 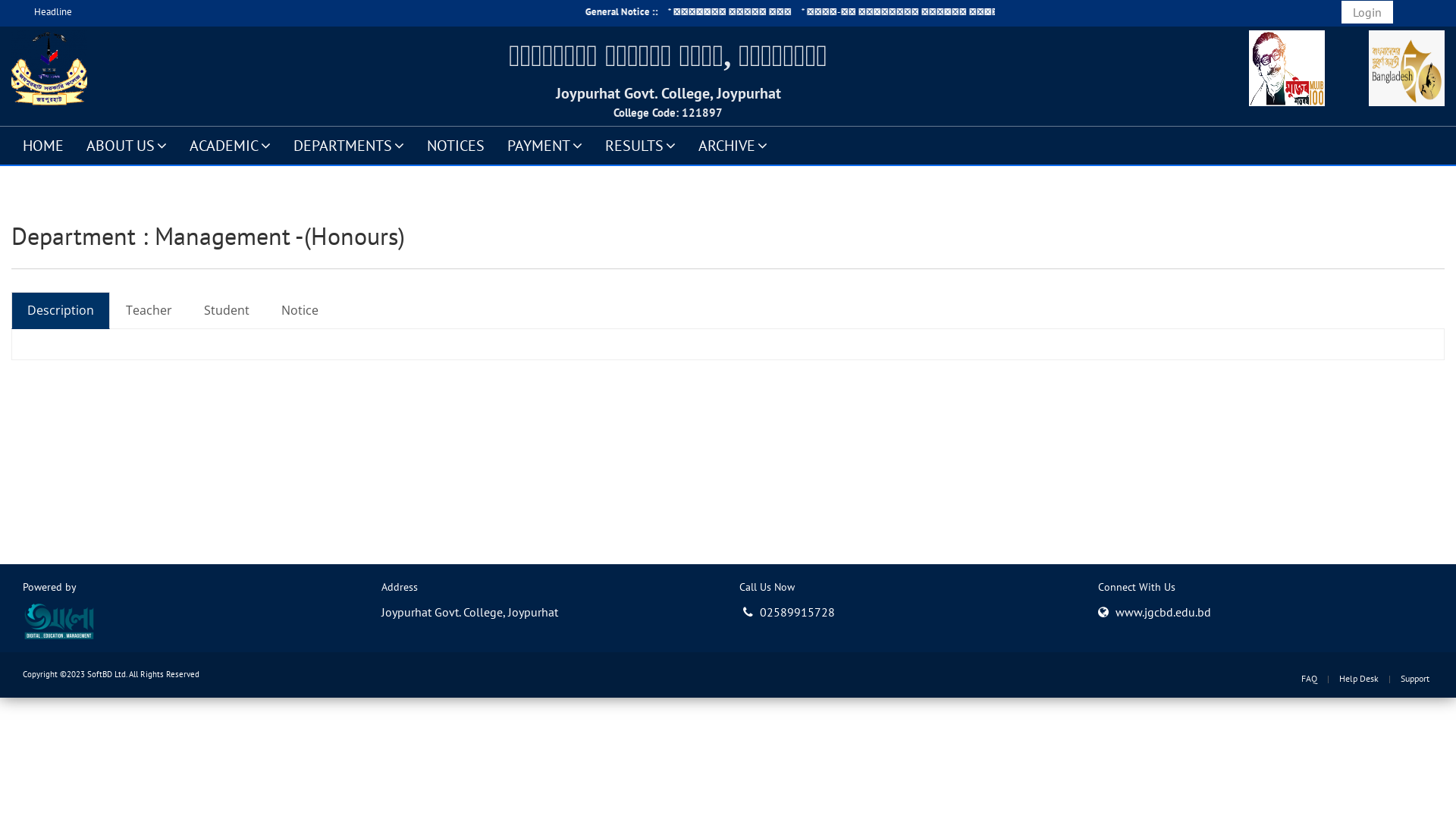 What do you see at coordinates (178, 145) in the screenshot?
I see `'ACADEMIC'` at bounding box center [178, 145].